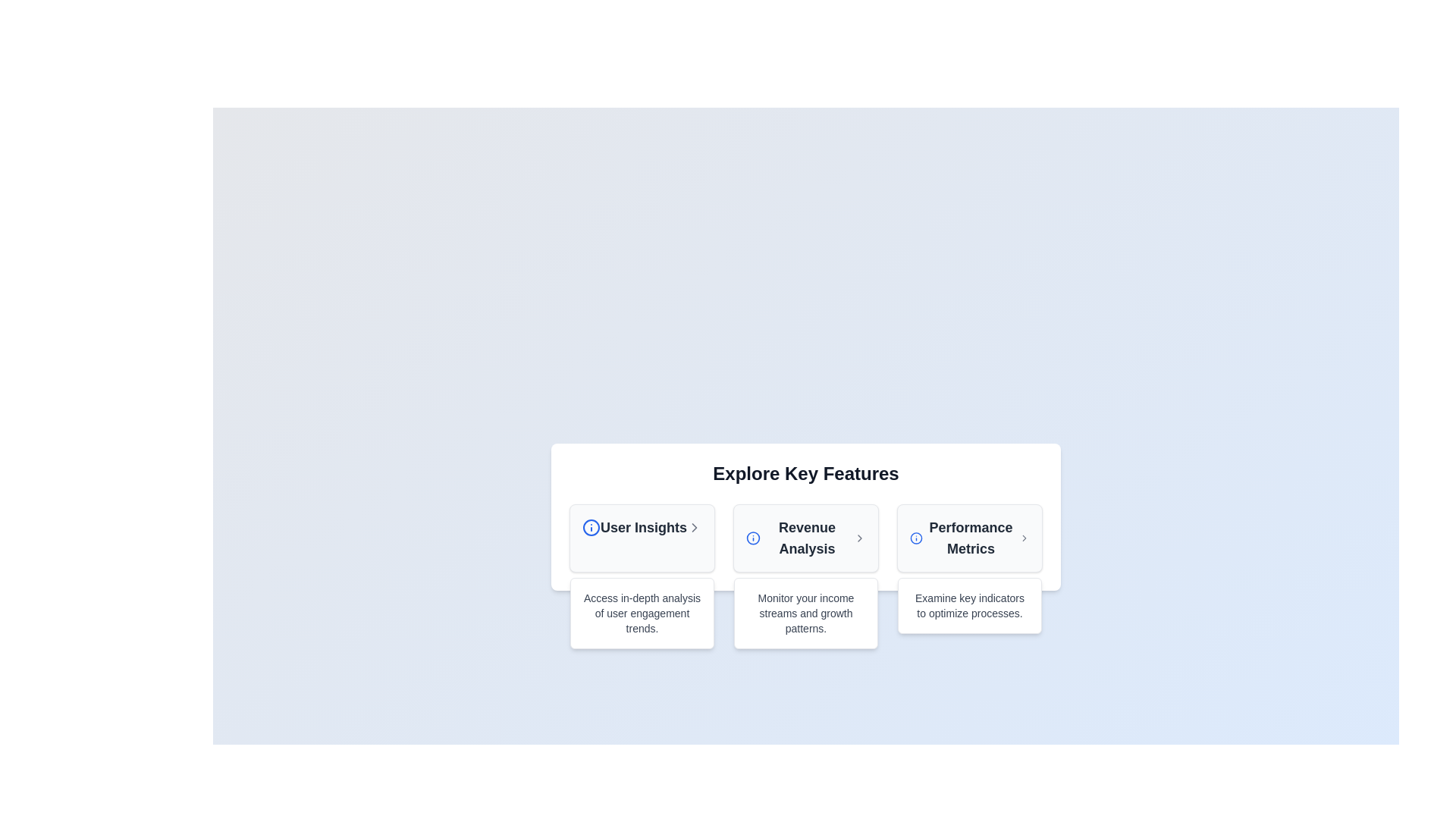  Describe the element at coordinates (642, 537) in the screenshot. I see `the 'User Insights' content card located at the top-left corner of the grid under 'Explore Key Features'` at that location.